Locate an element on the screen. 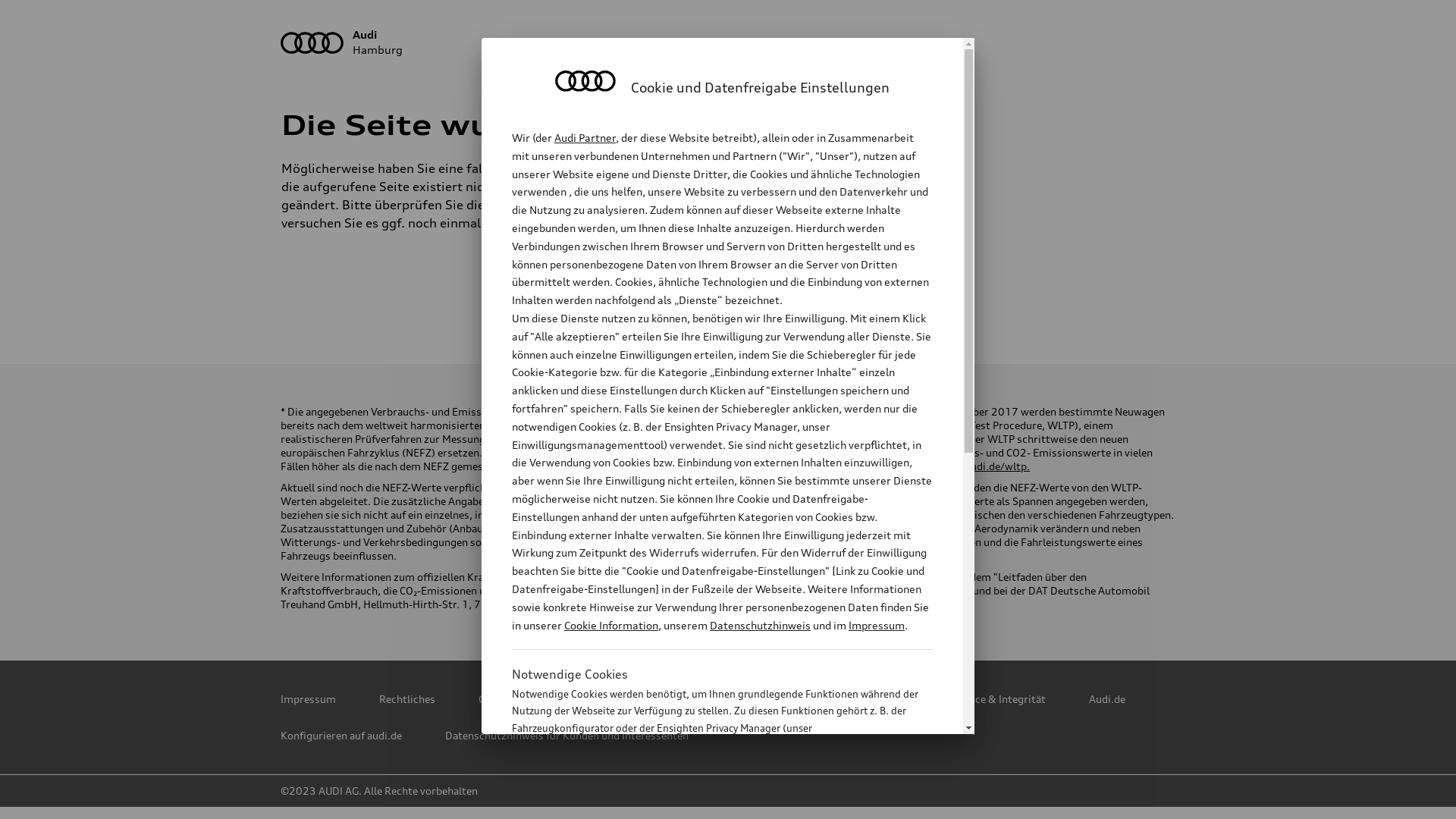 This screenshot has width=1456, height=819. 'Audi.de' is located at coordinates (1106, 698).